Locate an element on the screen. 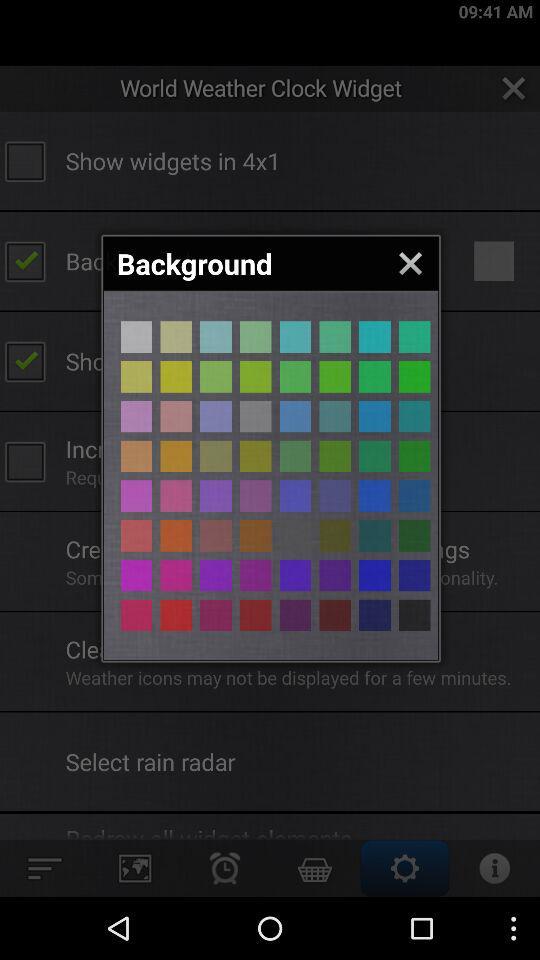 Image resolution: width=540 pixels, height=960 pixels. the background color is located at coordinates (176, 534).